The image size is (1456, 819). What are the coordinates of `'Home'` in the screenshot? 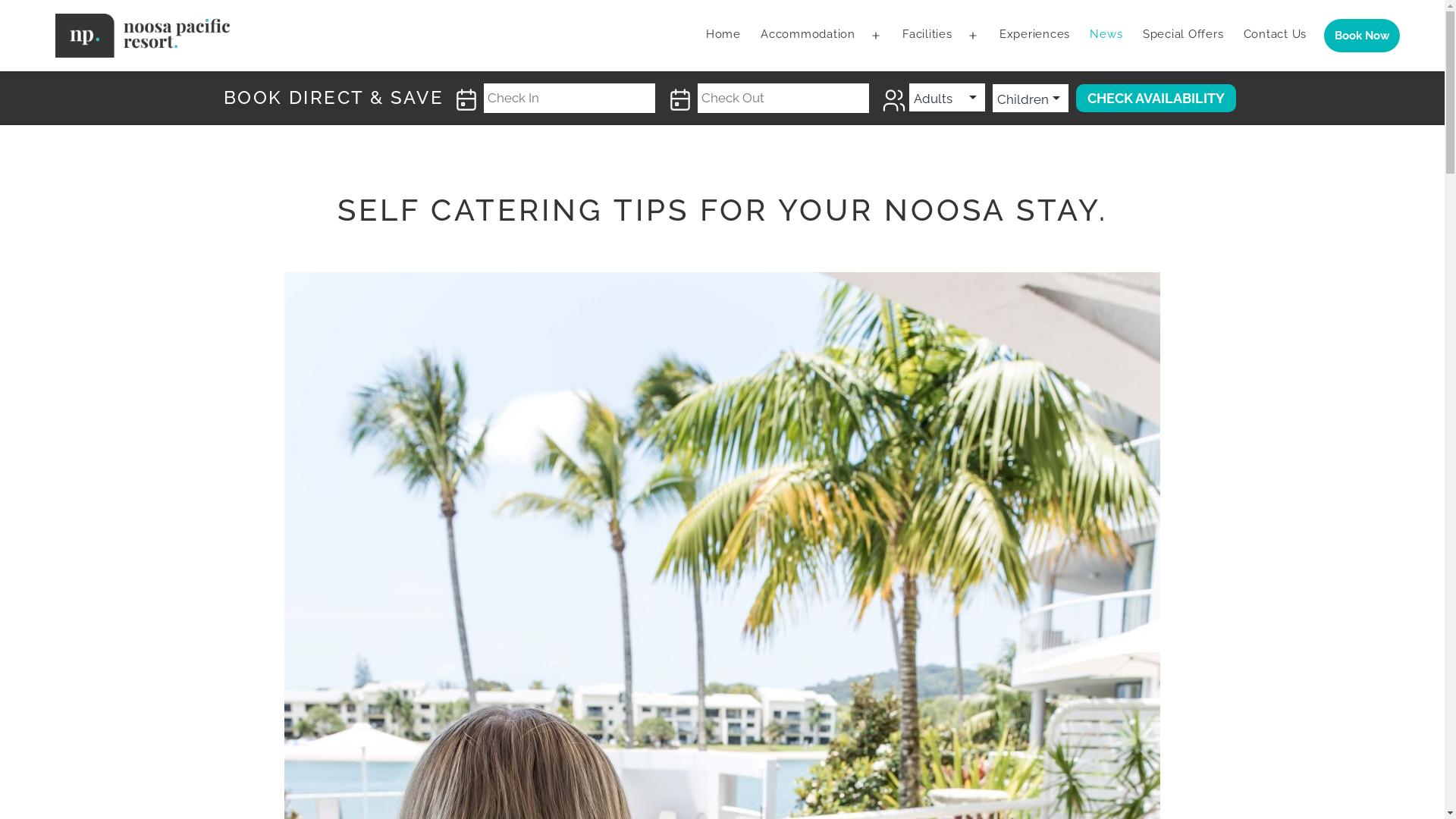 It's located at (723, 35).